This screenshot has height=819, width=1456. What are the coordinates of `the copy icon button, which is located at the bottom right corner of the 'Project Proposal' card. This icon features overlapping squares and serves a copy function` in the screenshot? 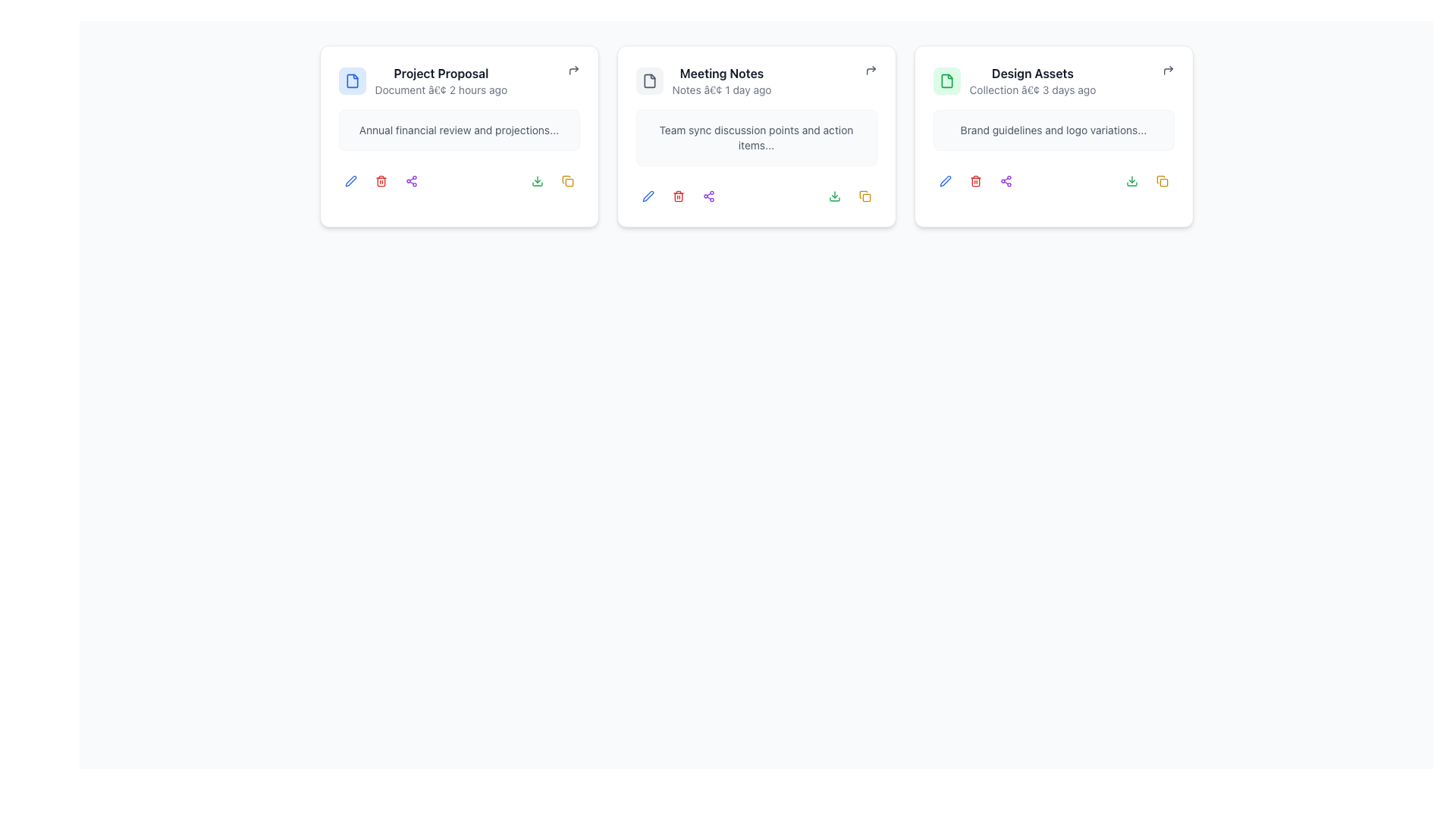 It's located at (566, 180).